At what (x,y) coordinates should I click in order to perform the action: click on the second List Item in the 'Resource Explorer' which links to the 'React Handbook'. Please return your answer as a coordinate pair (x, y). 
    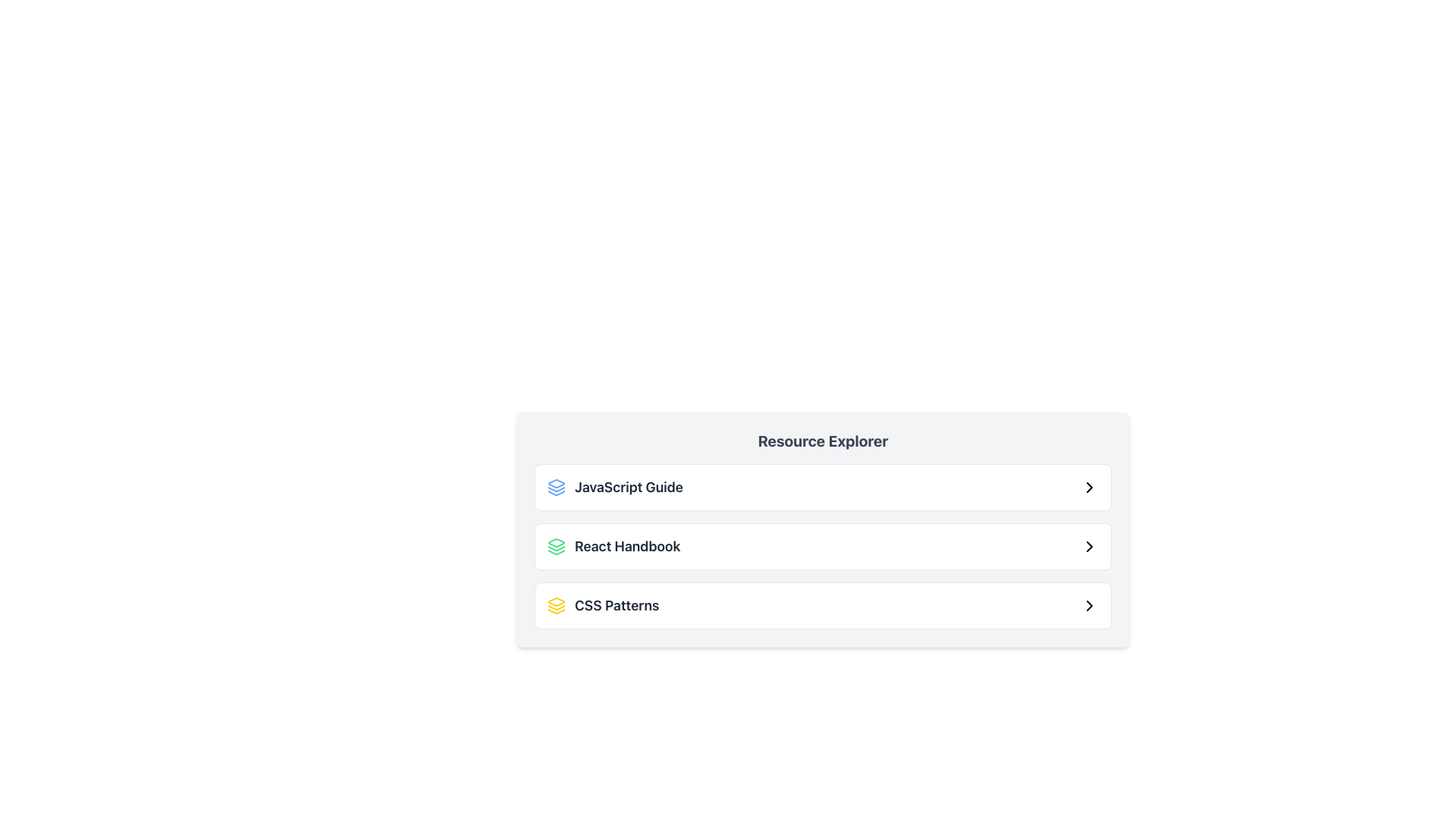
    Looking at the image, I should click on (822, 547).